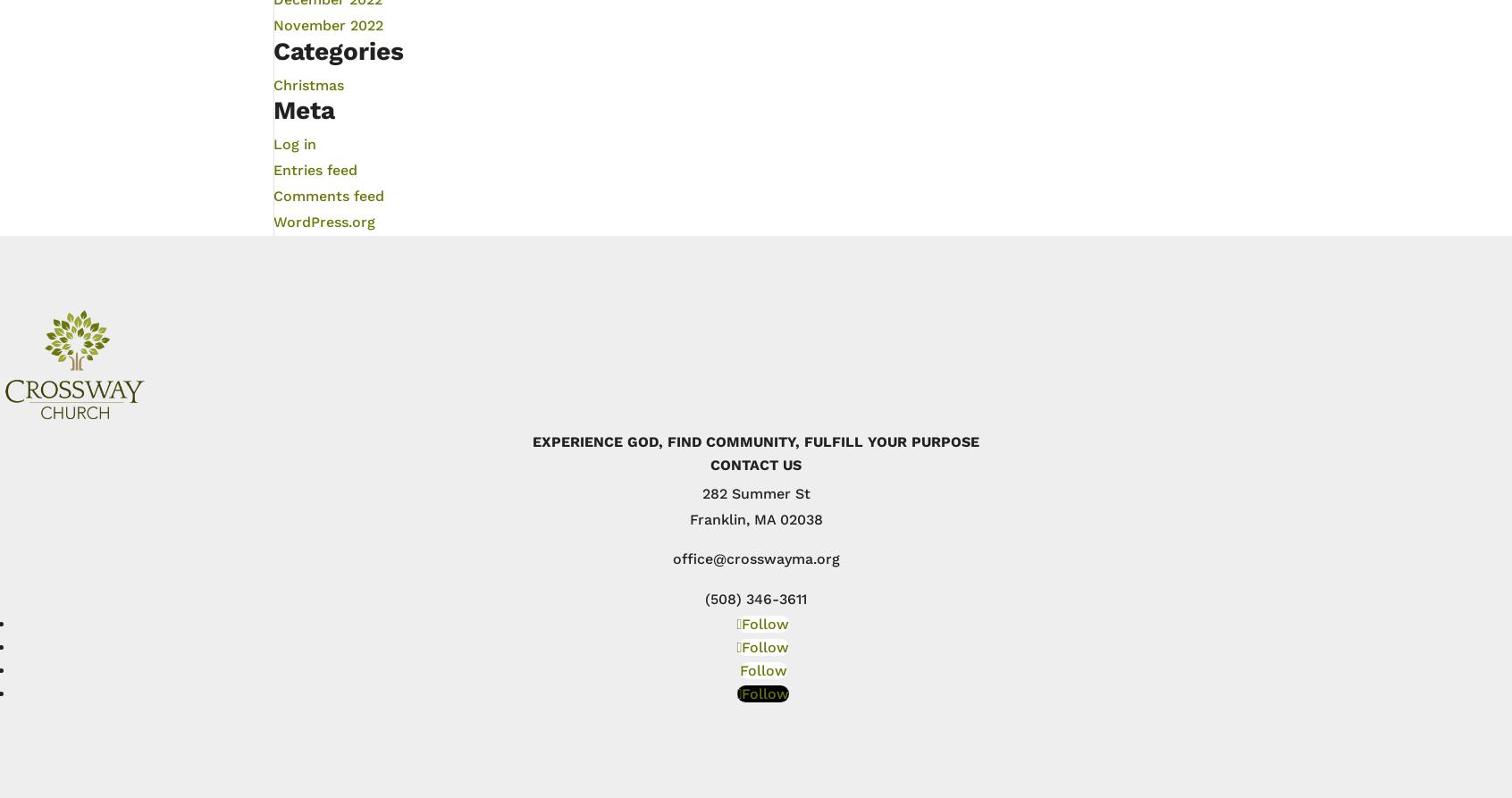  Describe the element at coordinates (293, 143) in the screenshot. I see `'Log in'` at that location.